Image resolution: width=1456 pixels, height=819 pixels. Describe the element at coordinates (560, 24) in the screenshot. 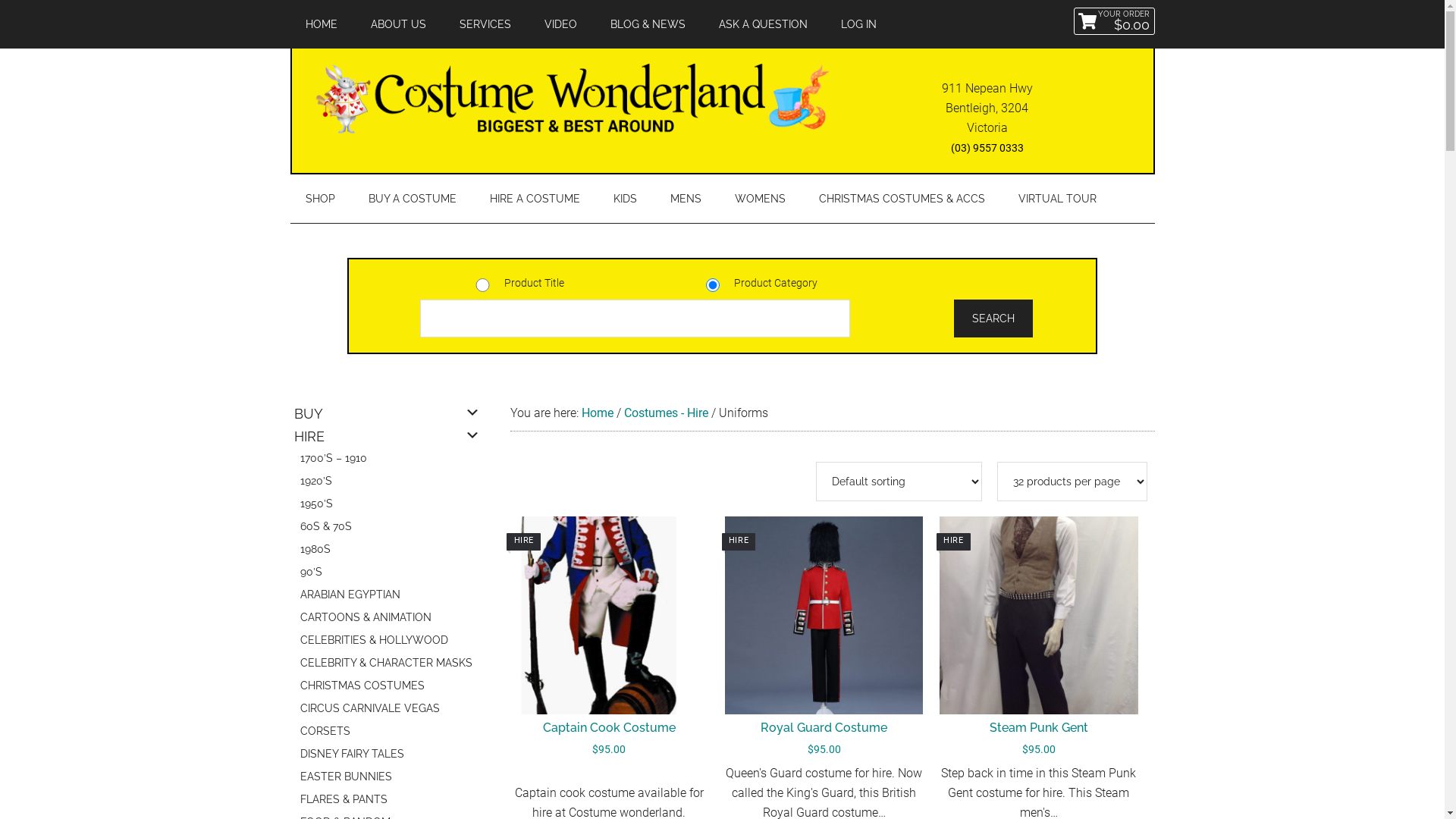

I see `'VIDEO'` at that location.